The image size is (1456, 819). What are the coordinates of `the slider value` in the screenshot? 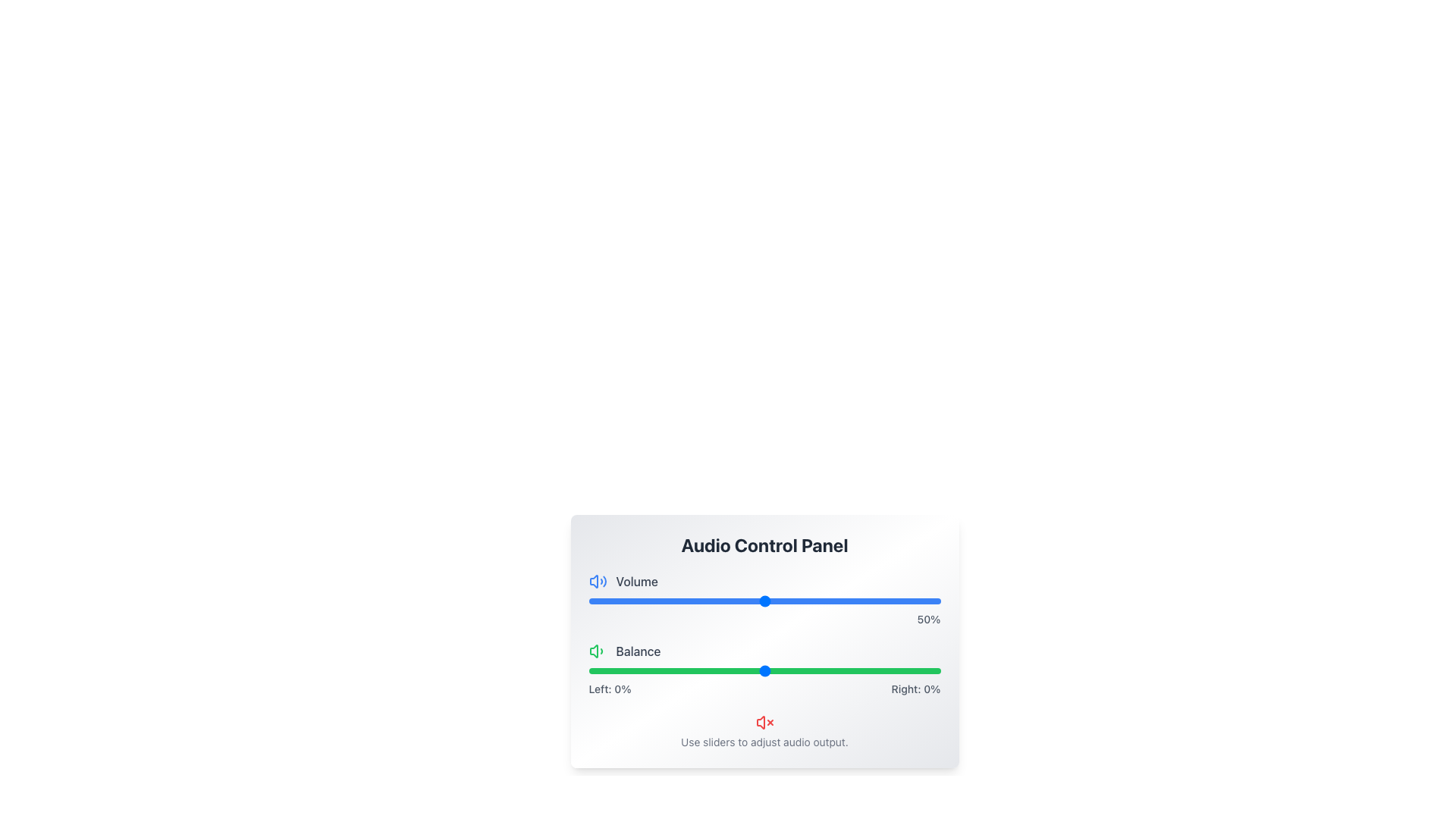 It's located at (870, 601).